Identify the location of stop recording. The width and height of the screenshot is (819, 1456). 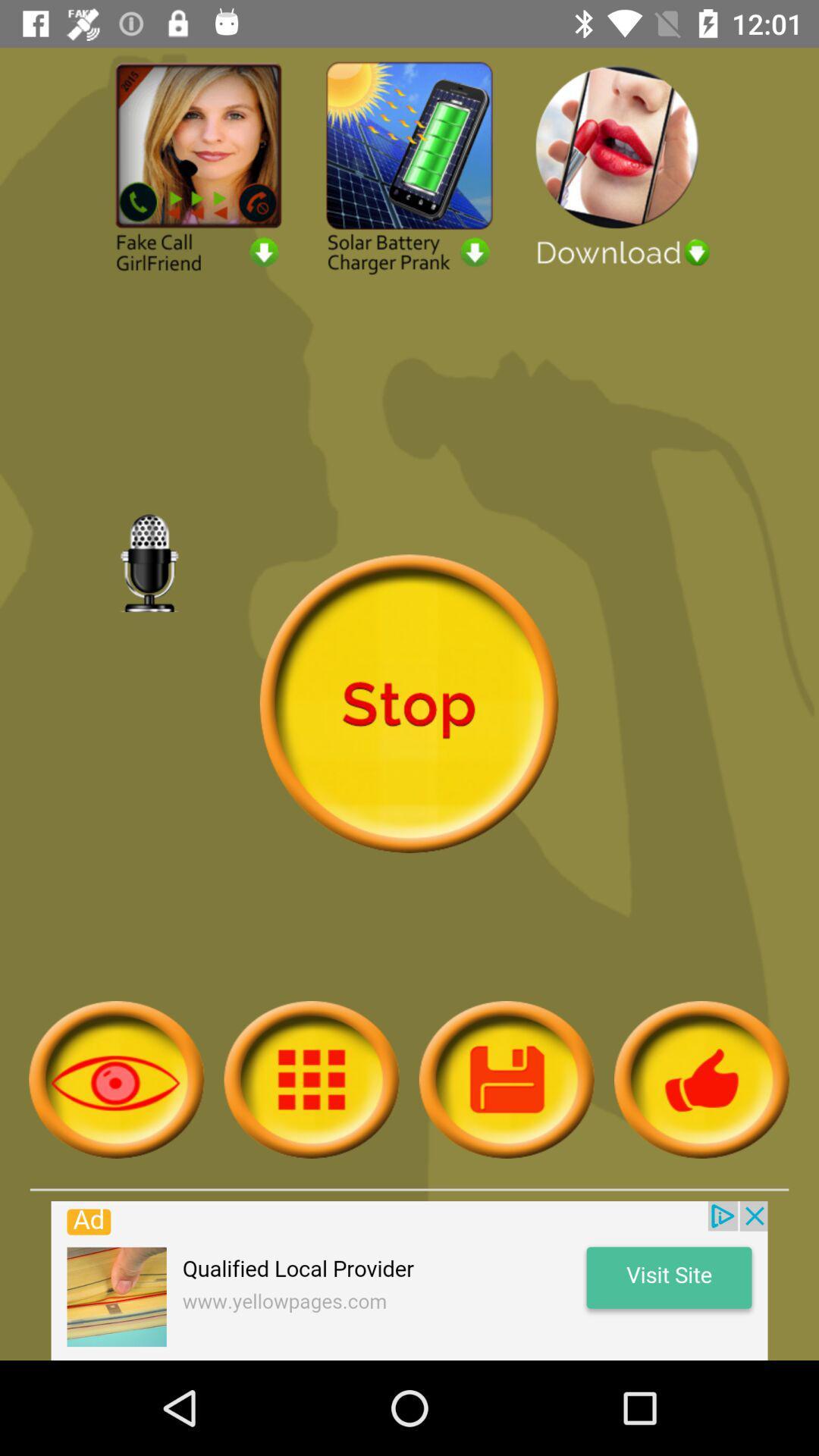
(408, 703).